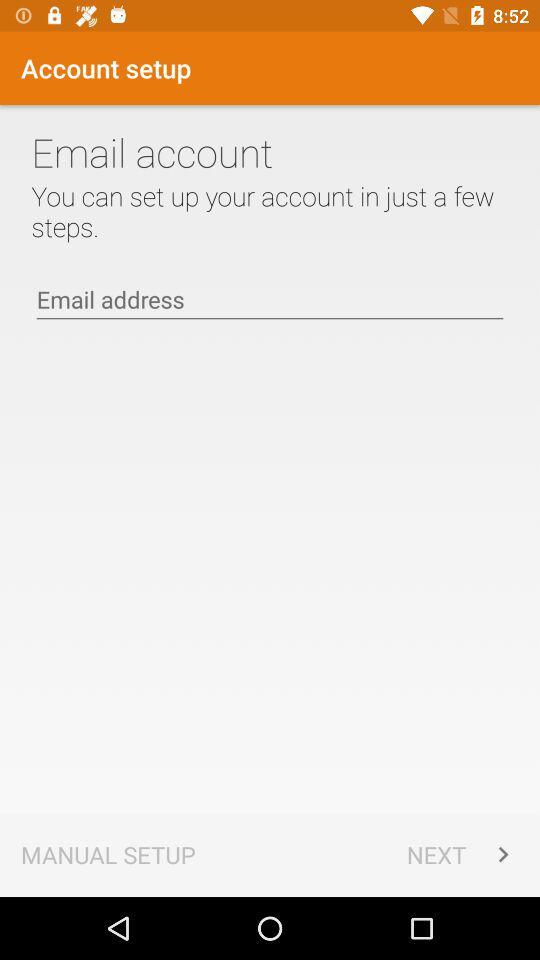 This screenshot has height=960, width=540. What do you see at coordinates (462, 853) in the screenshot?
I see `app to the right of manual setup icon` at bounding box center [462, 853].